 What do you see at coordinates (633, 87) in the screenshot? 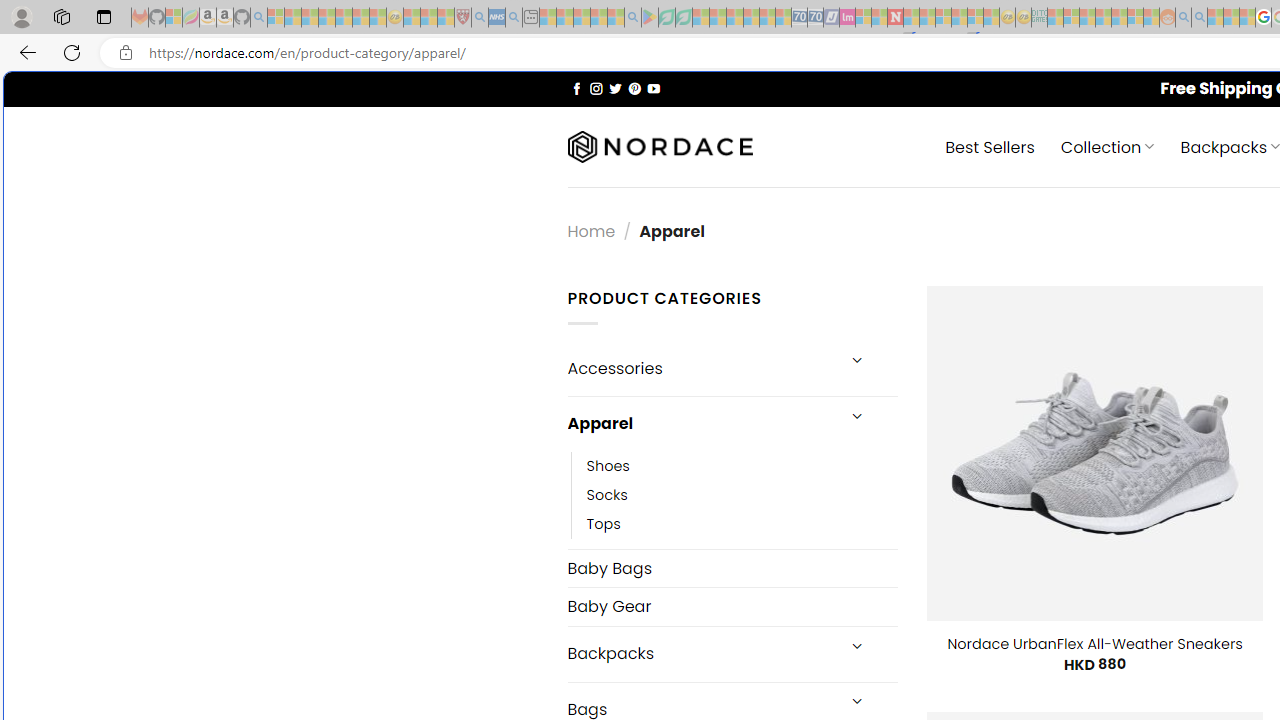
I see `'Follow on Pinterest'` at bounding box center [633, 87].